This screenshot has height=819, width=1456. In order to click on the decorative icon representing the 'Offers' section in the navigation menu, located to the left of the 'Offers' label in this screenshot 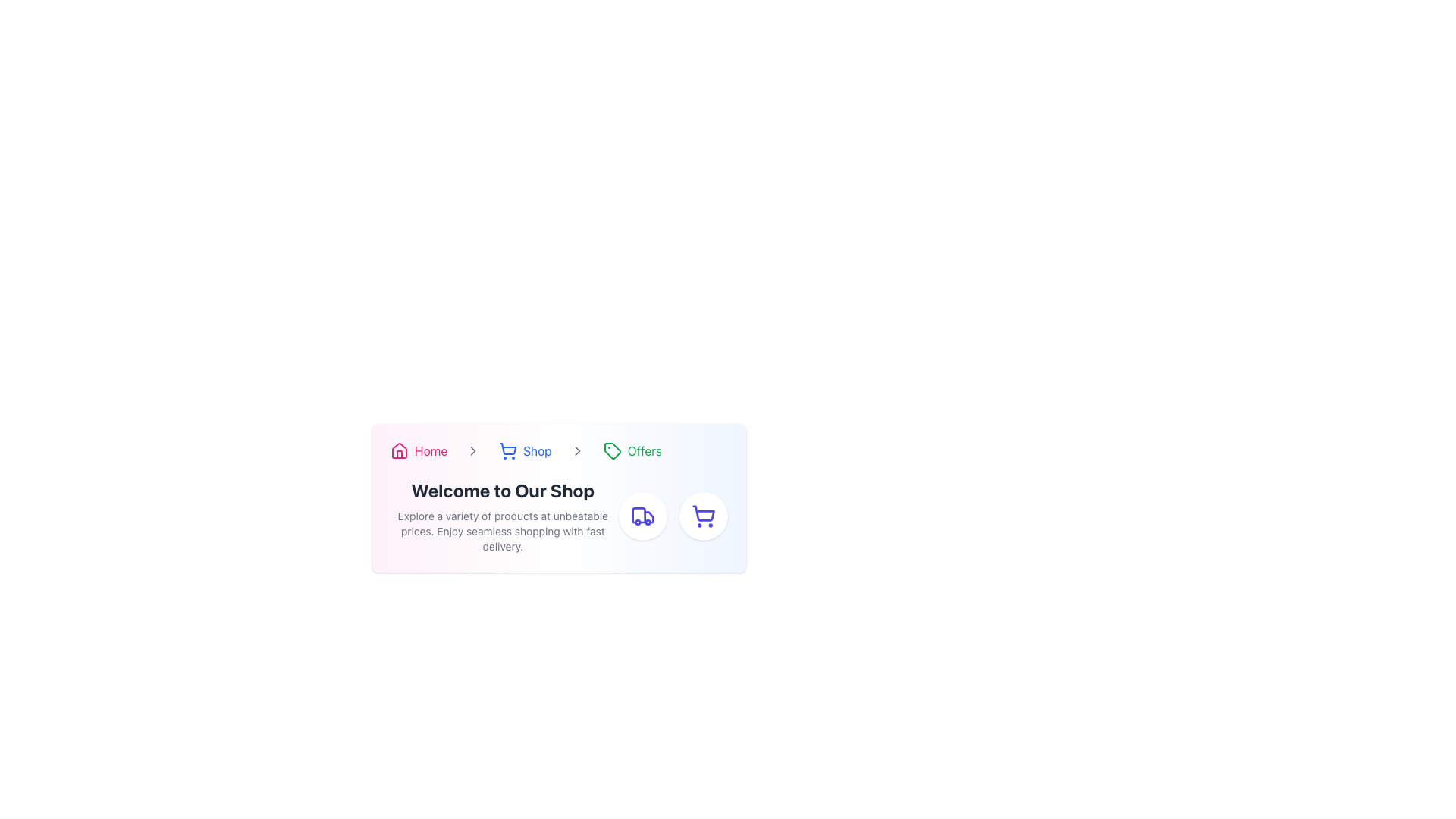, I will do `click(612, 450)`.